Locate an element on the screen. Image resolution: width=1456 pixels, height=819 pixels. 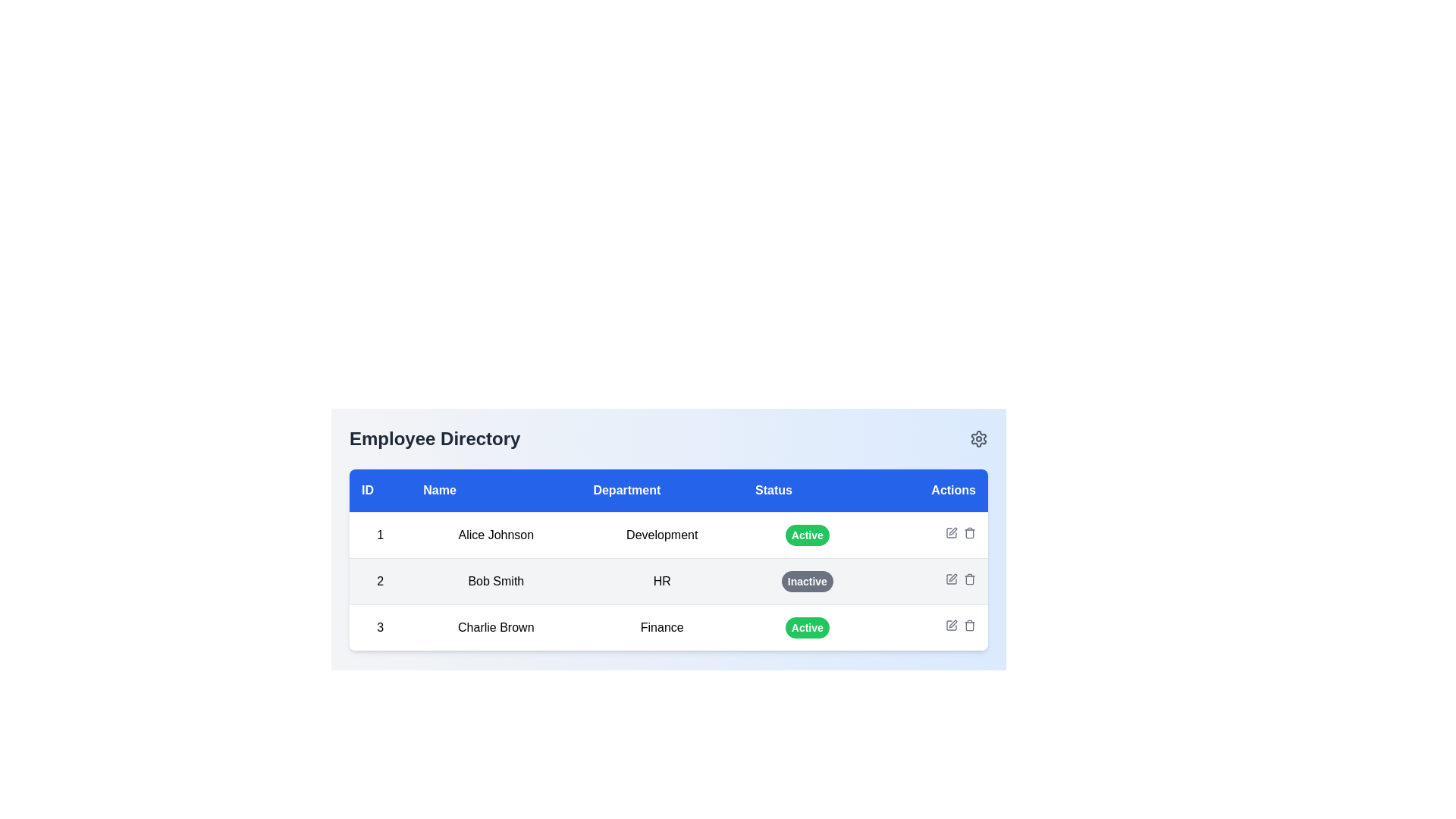
the trash can icon located in the 'Actions' column of the second row in the data table is located at coordinates (968, 533).